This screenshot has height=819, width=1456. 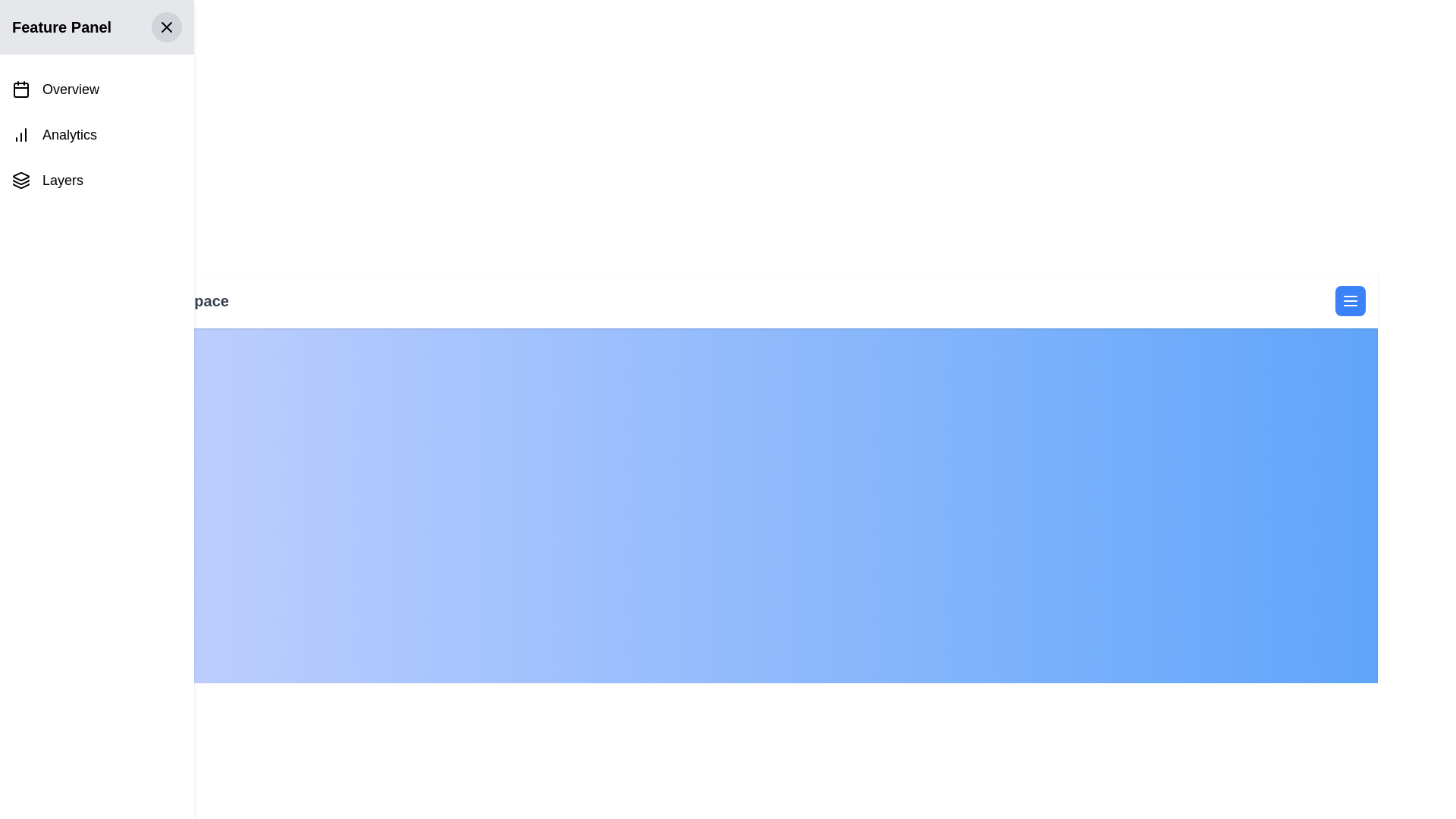 What do you see at coordinates (167, 27) in the screenshot?
I see `the 'X' icon` at bounding box center [167, 27].